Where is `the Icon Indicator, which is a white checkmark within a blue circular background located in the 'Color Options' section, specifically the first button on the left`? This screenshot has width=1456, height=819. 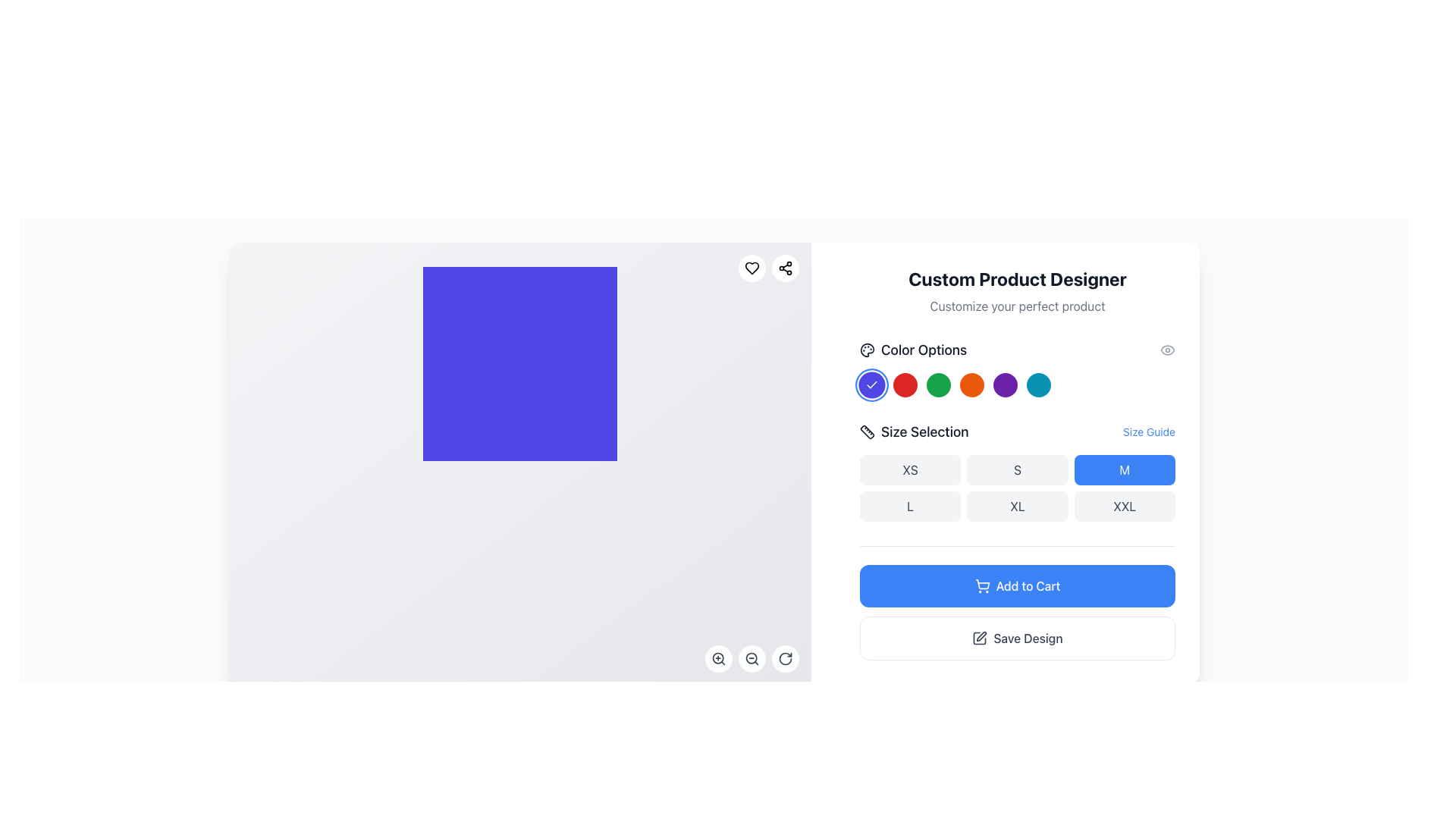 the Icon Indicator, which is a white checkmark within a blue circular background located in the 'Color Options' section, specifically the first button on the left is located at coordinates (872, 384).